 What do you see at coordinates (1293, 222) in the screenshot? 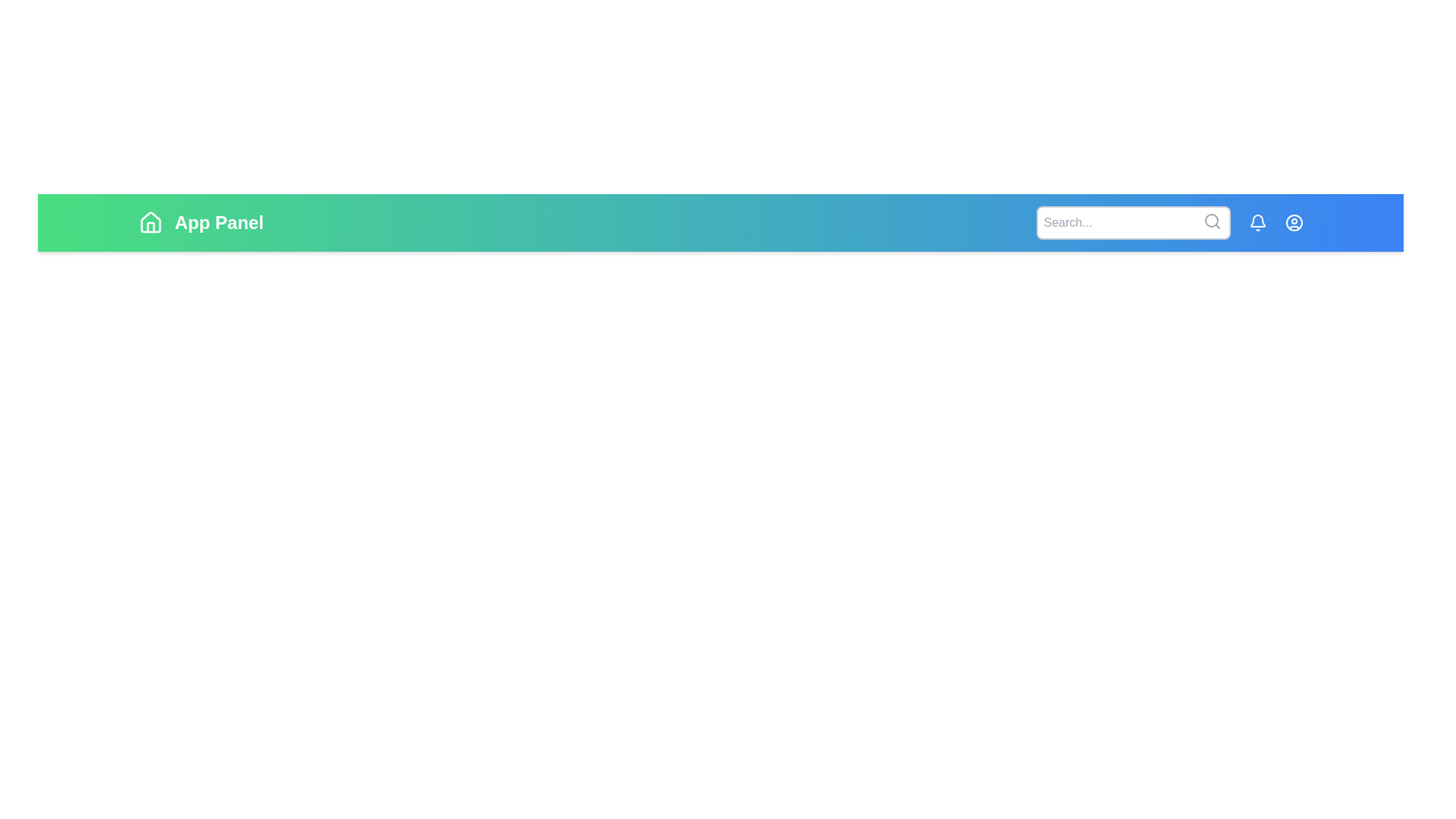
I see `the user profile icon` at bounding box center [1293, 222].